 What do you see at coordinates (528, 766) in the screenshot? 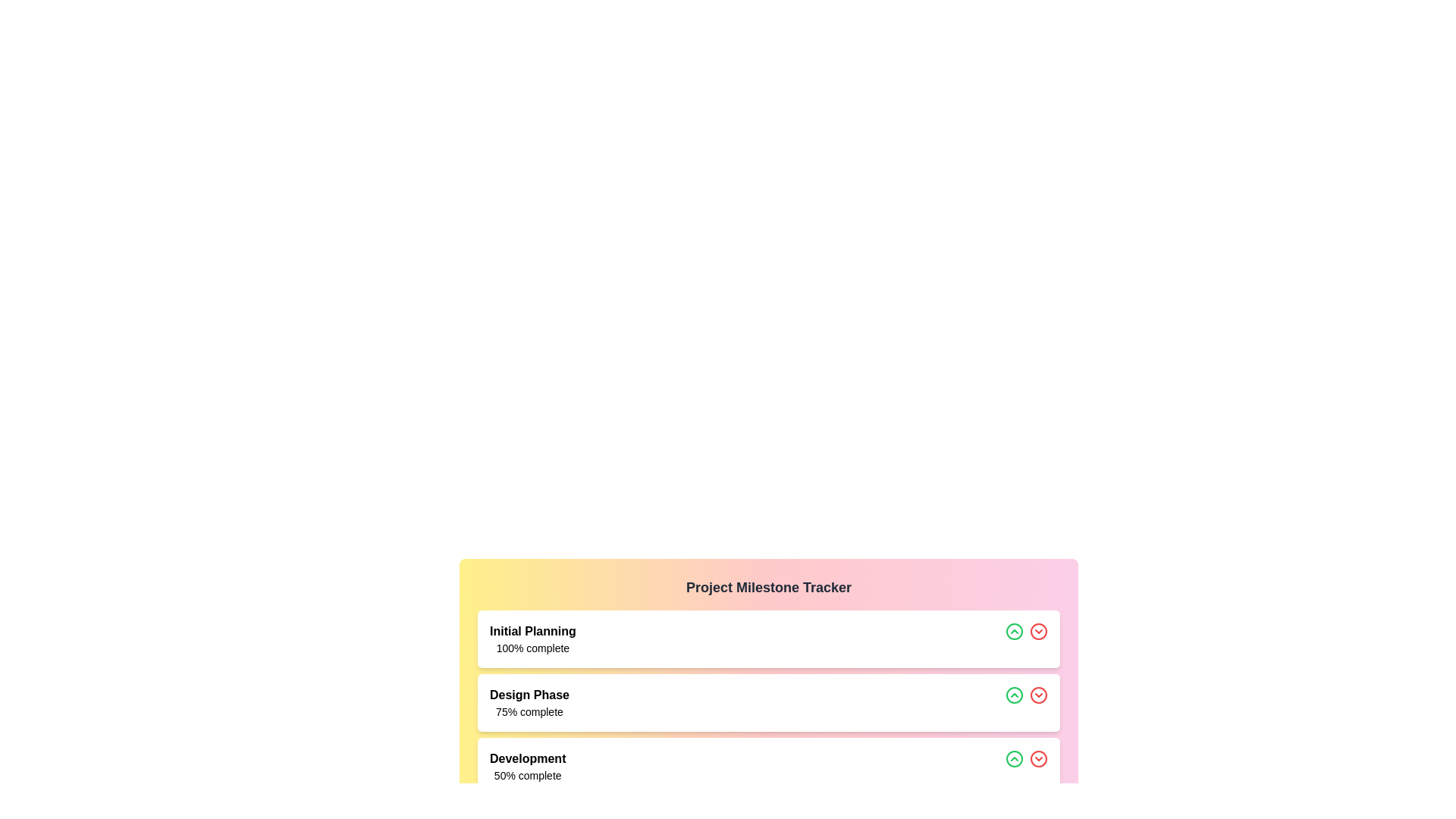
I see `the 'Development' milestone text display, which indicates '50% complete' and is the third item in the project list` at bounding box center [528, 766].